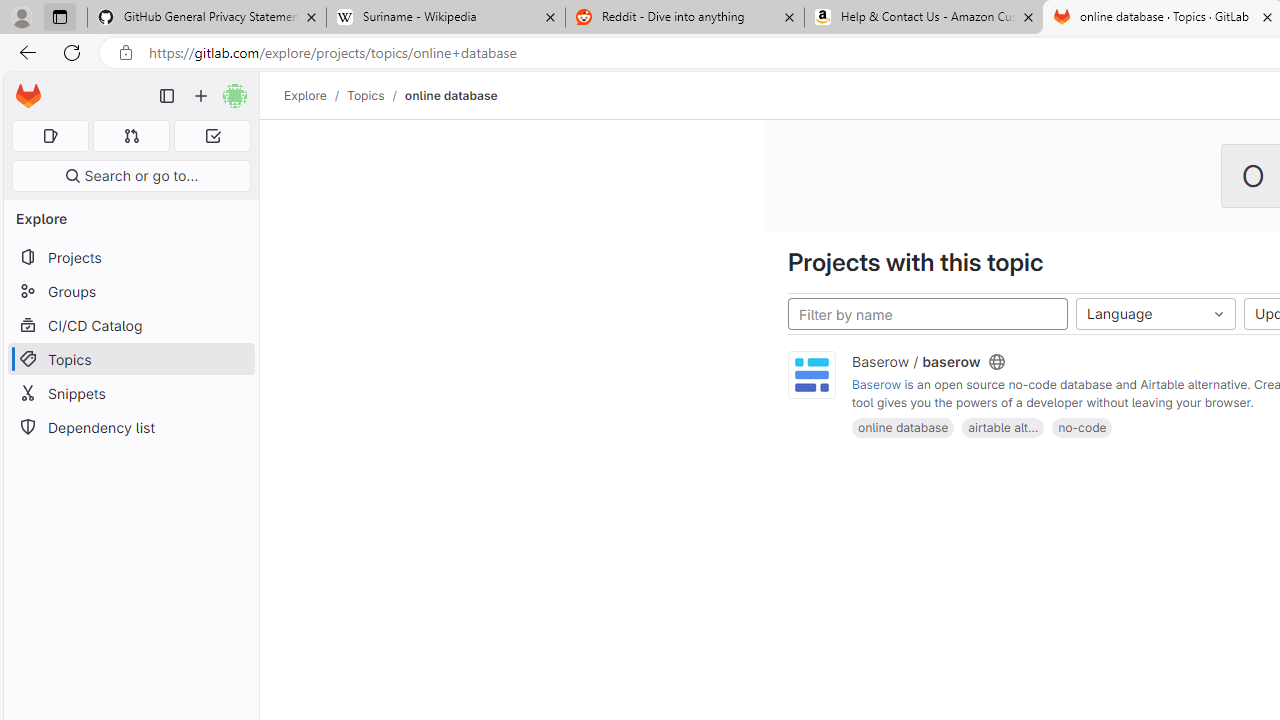 The width and height of the screenshot is (1280, 720). Describe the element at coordinates (212, 135) in the screenshot. I see `'To-Do list 0'` at that location.